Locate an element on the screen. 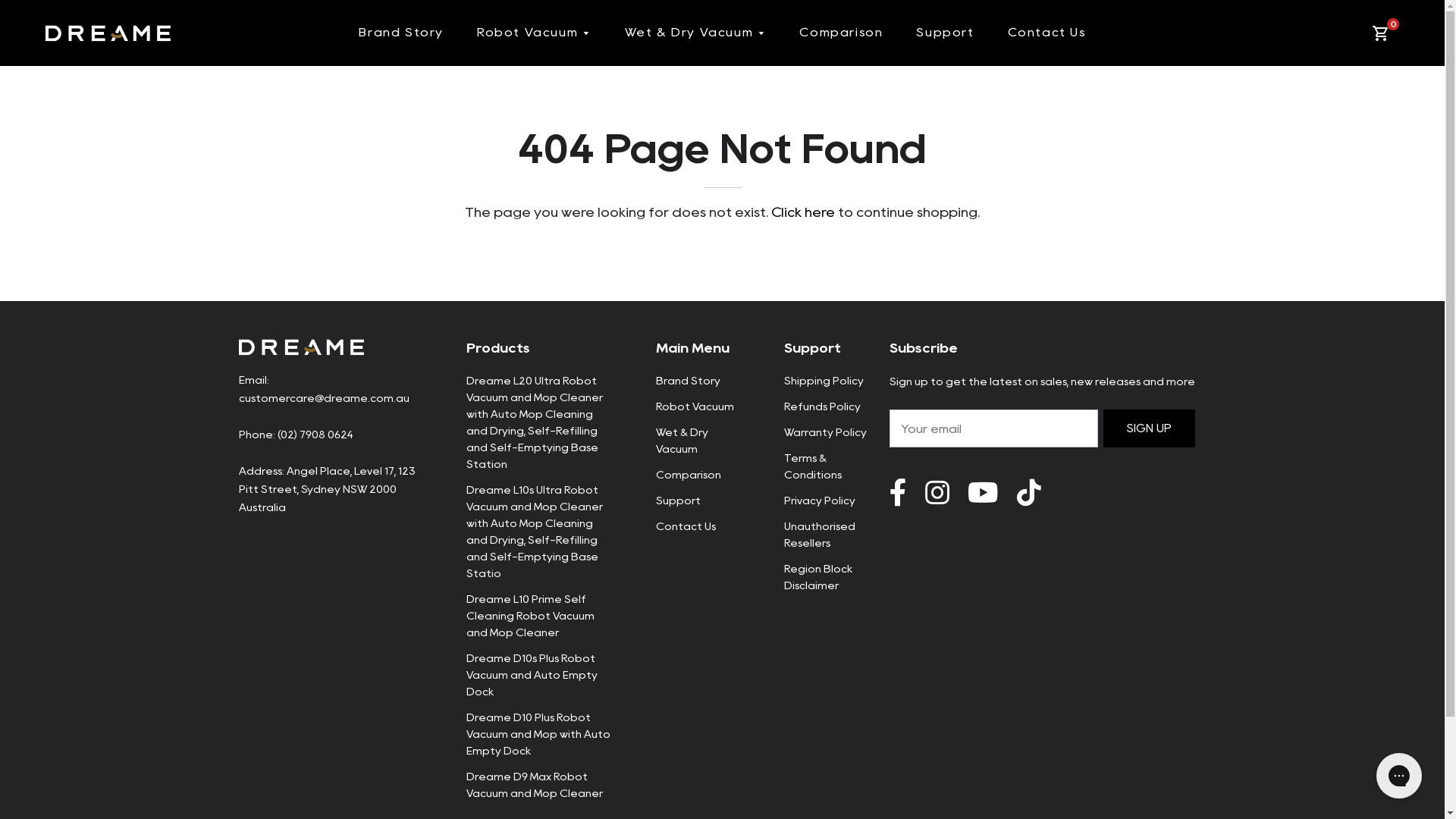 This screenshot has height=819, width=1456. 'Comparison' is located at coordinates (687, 473).